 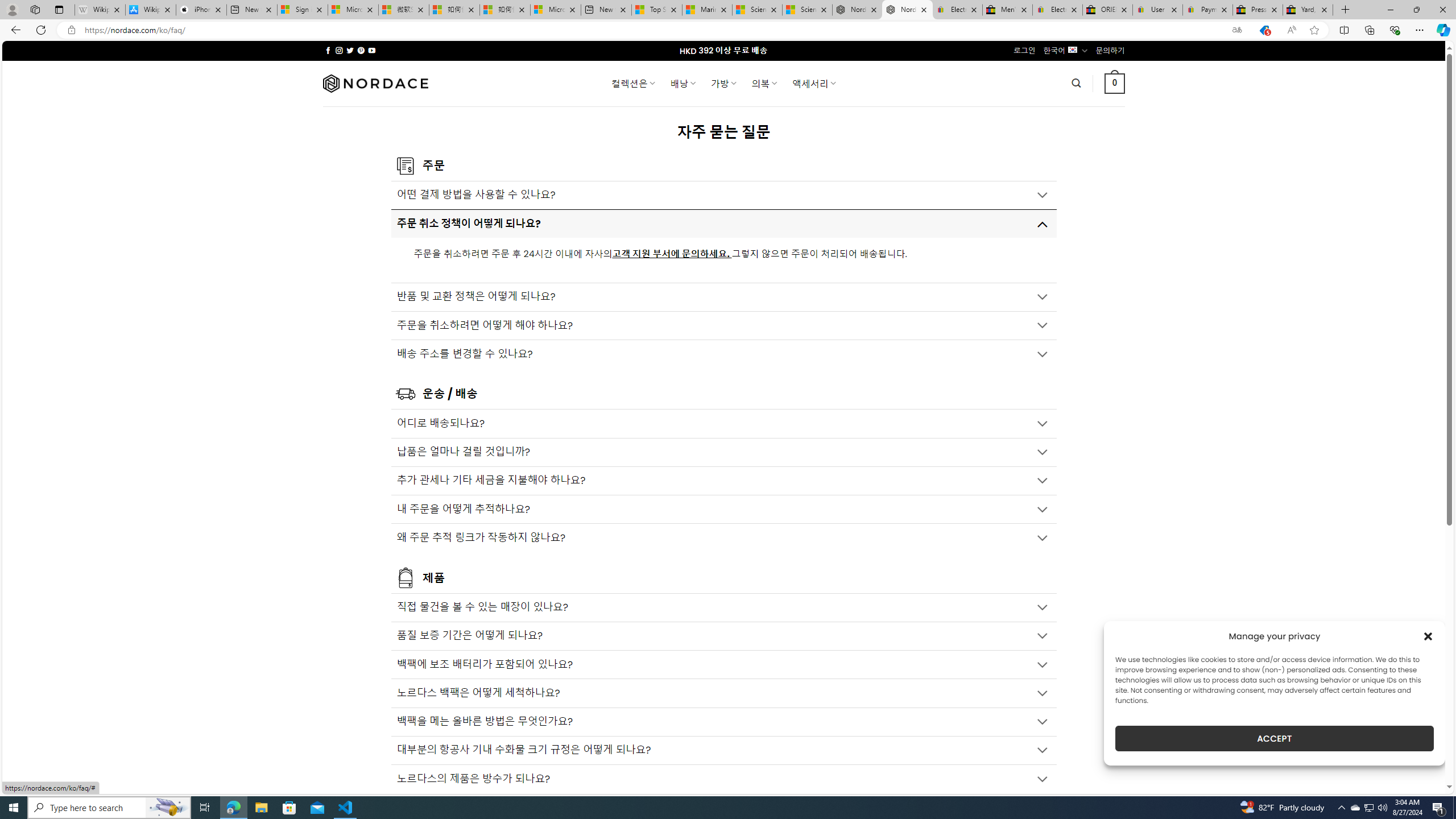 What do you see at coordinates (1157, 9) in the screenshot?
I see `'User Privacy Notice | eBay'` at bounding box center [1157, 9].